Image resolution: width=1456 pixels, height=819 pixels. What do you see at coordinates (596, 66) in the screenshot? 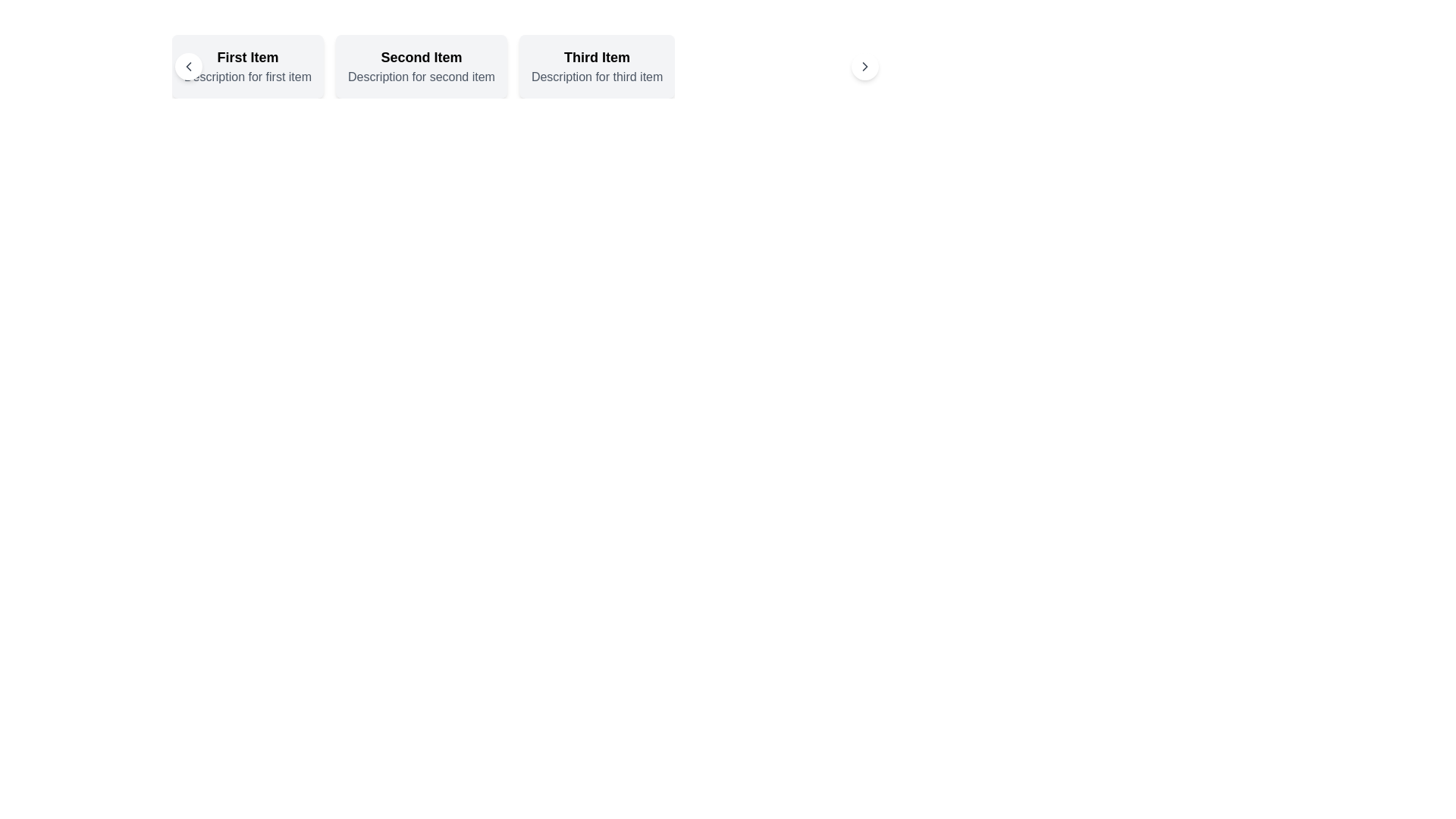
I see `the third informational card that displays a title and description, located in the upper-right section of the interface` at bounding box center [596, 66].